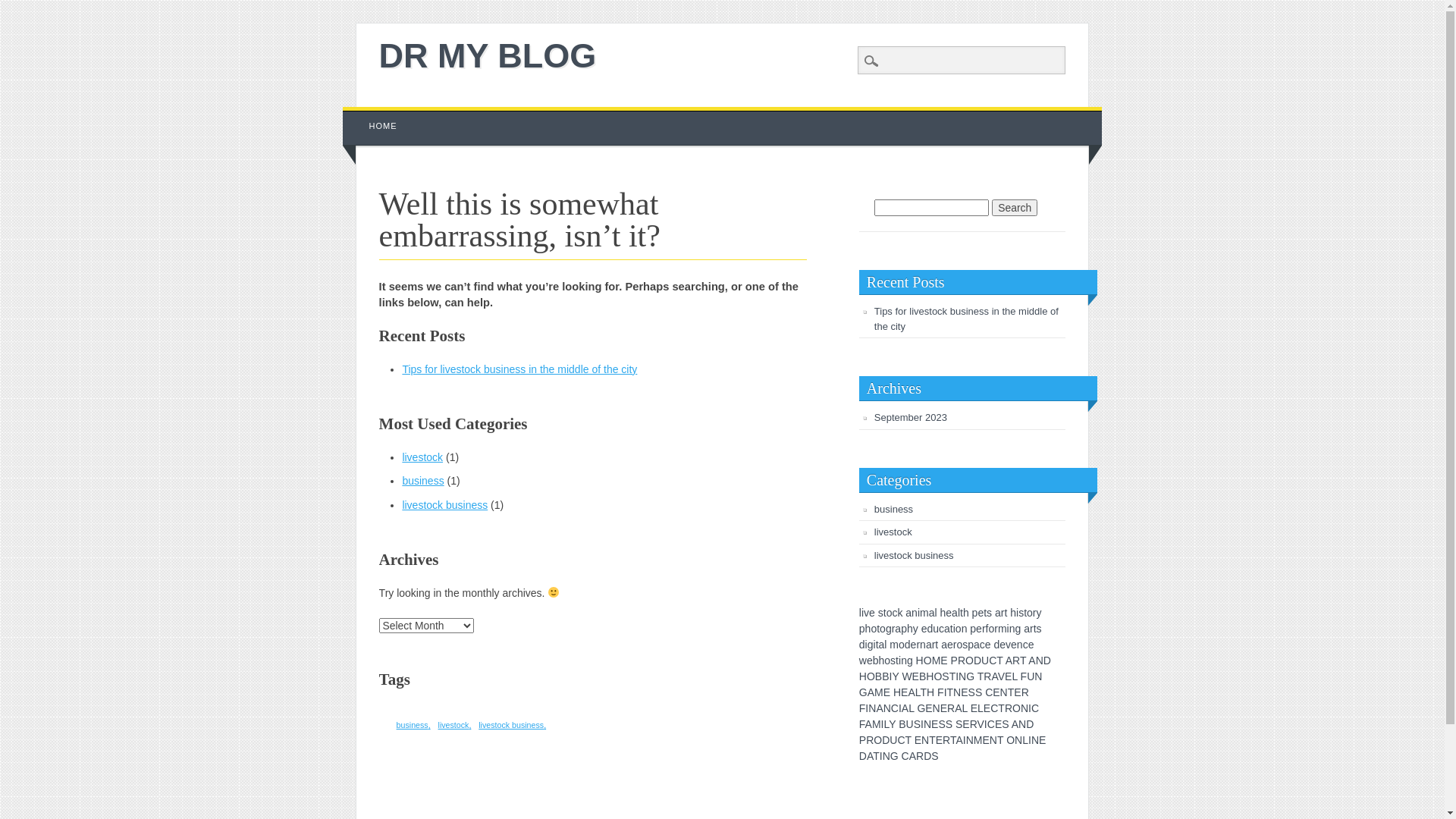 The width and height of the screenshot is (1456, 819). What do you see at coordinates (964, 629) in the screenshot?
I see `'n'` at bounding box center [964, 629].